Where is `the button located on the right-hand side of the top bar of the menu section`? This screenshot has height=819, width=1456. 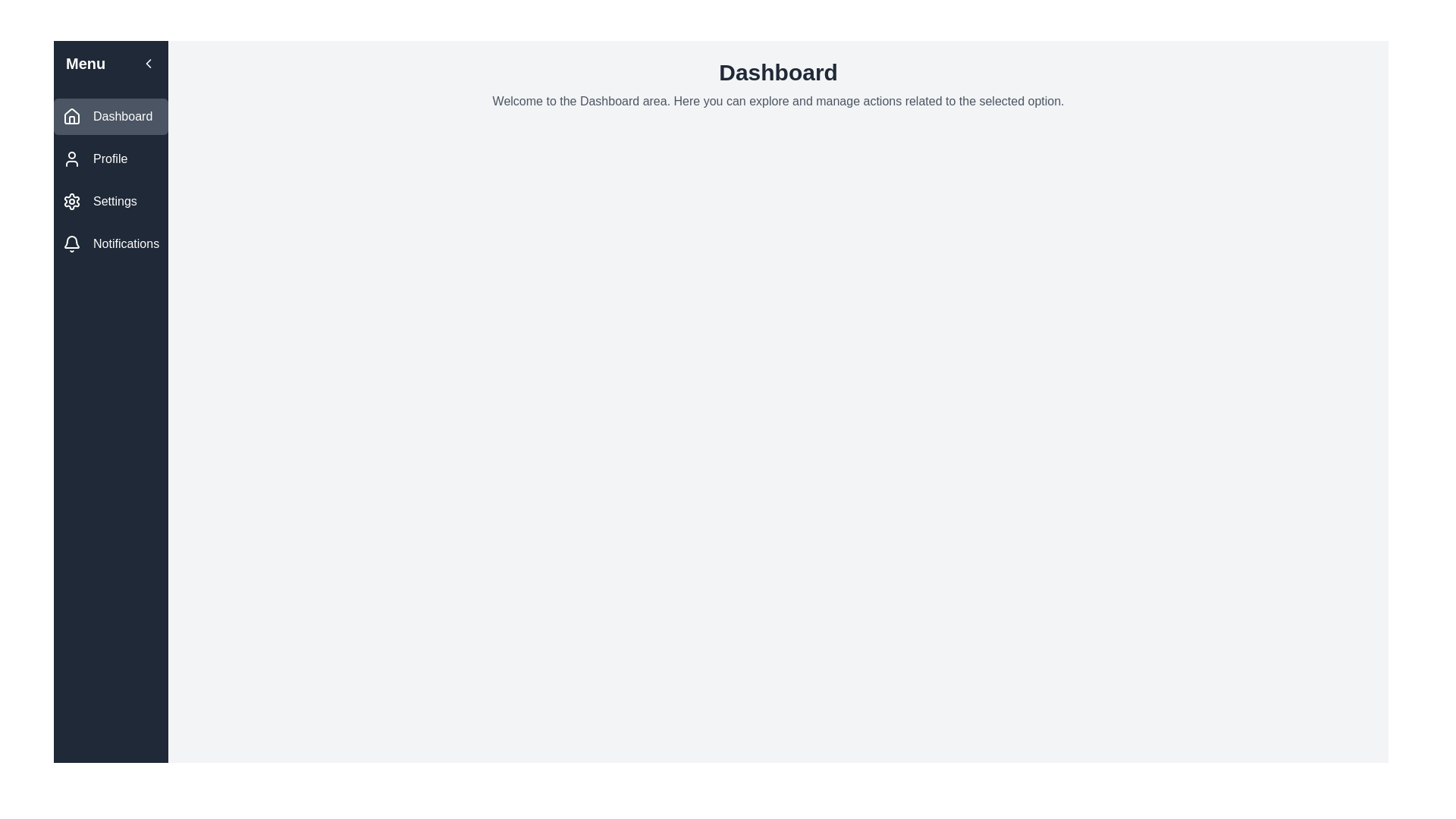 the button located on the right-hand side of the top bar of the menu section is located at coordinates (149, 63).